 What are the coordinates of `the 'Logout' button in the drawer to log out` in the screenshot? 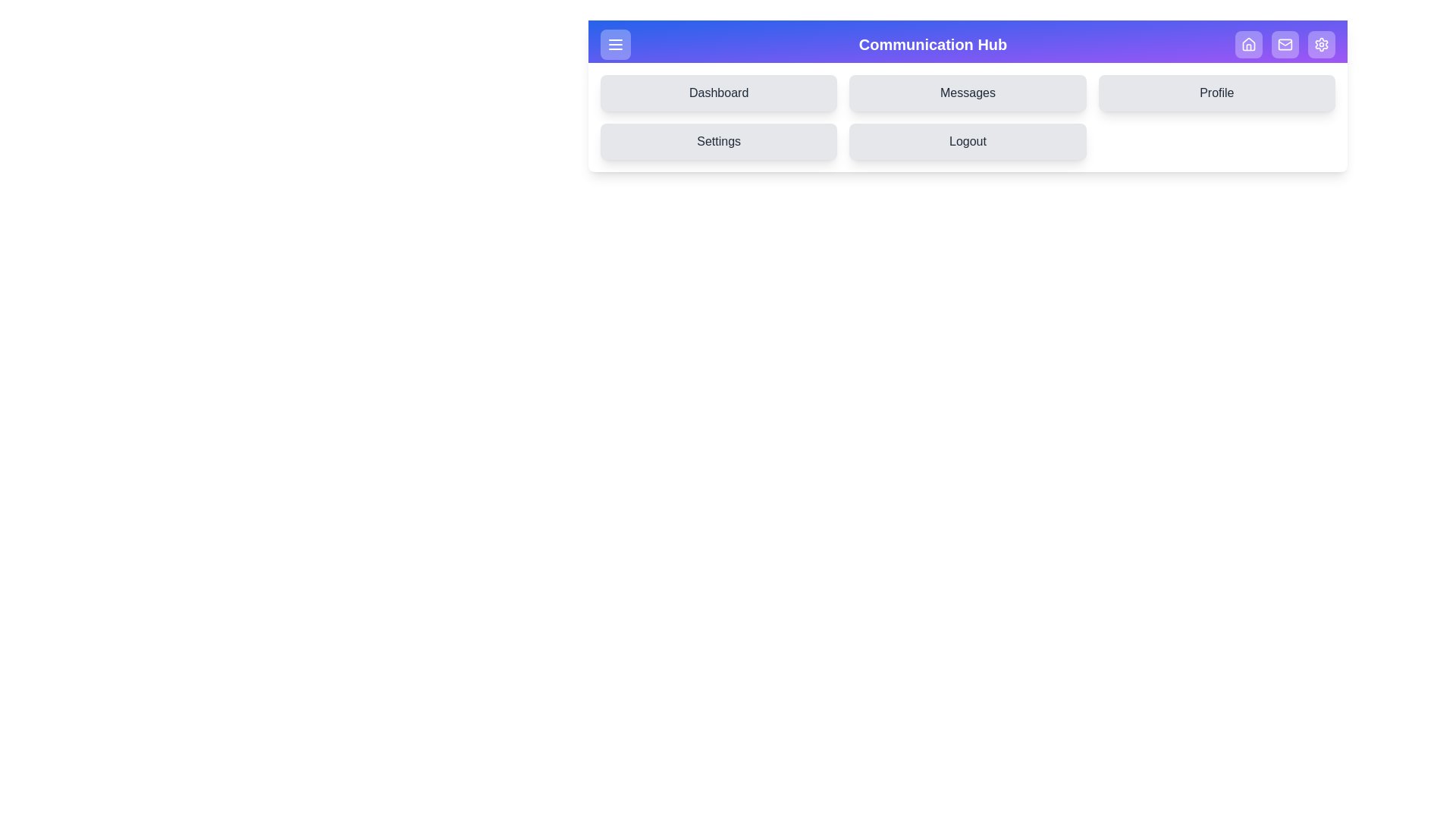 It's located at (967, 141).